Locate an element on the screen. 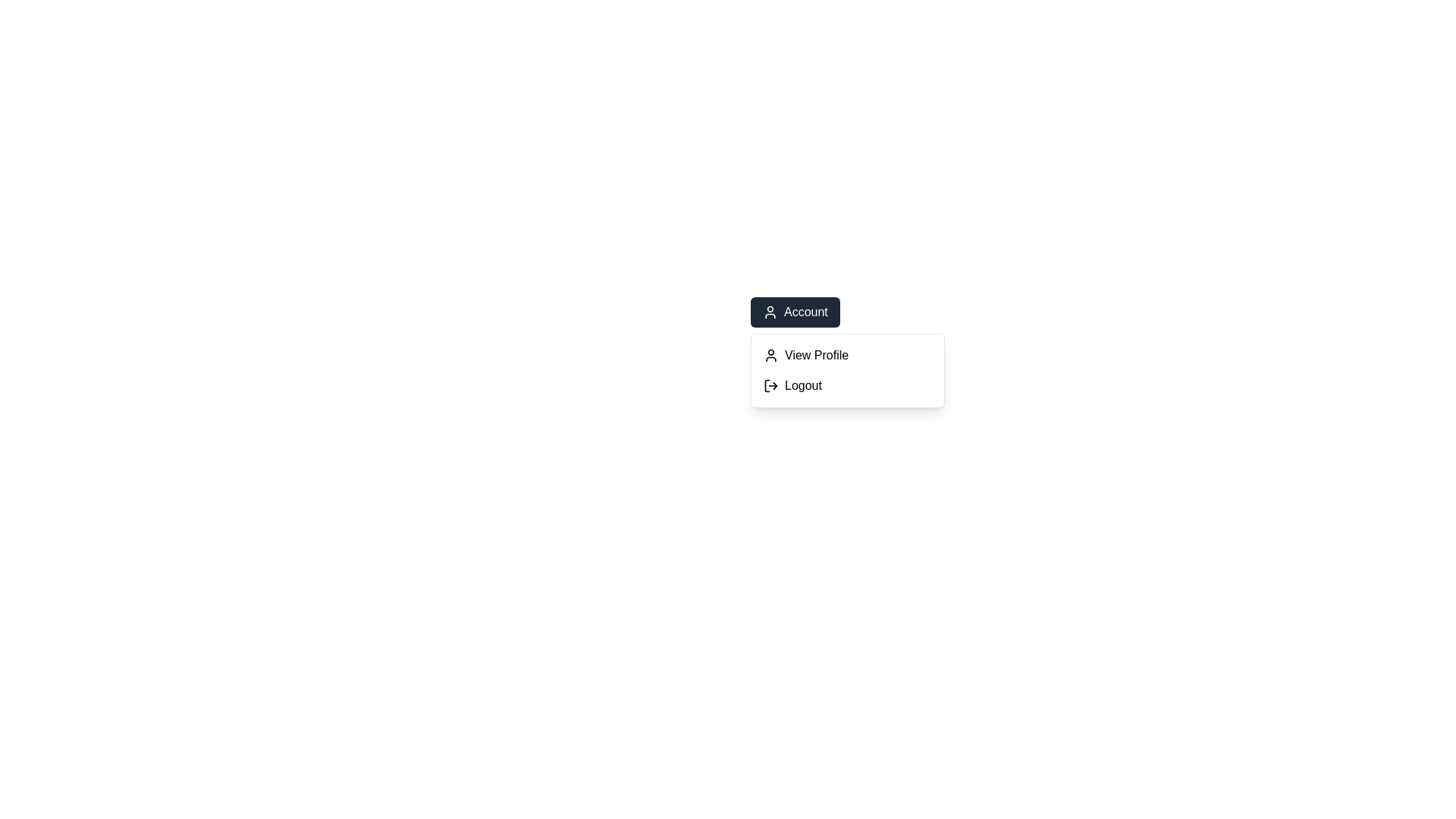  the 'View Profile' text label in the dropdown menu under the 'Account' button is located at coordinates (816, 356).